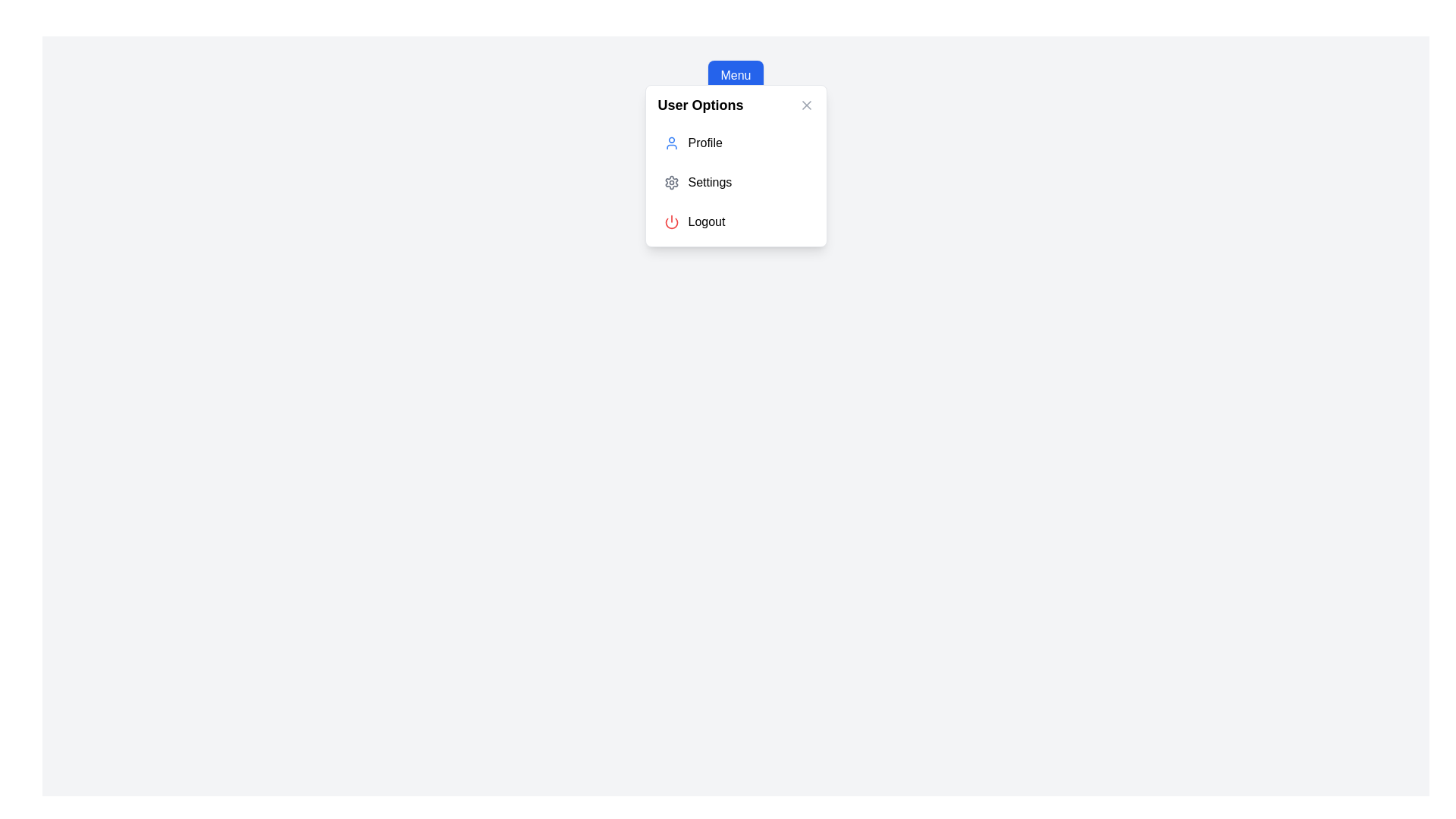 The image size is (1456, 819). I want to click on the user icon with a thin, blue circular outline located to the left of the 'Profile' text in the 'User Options' menu, so click(670, 143).